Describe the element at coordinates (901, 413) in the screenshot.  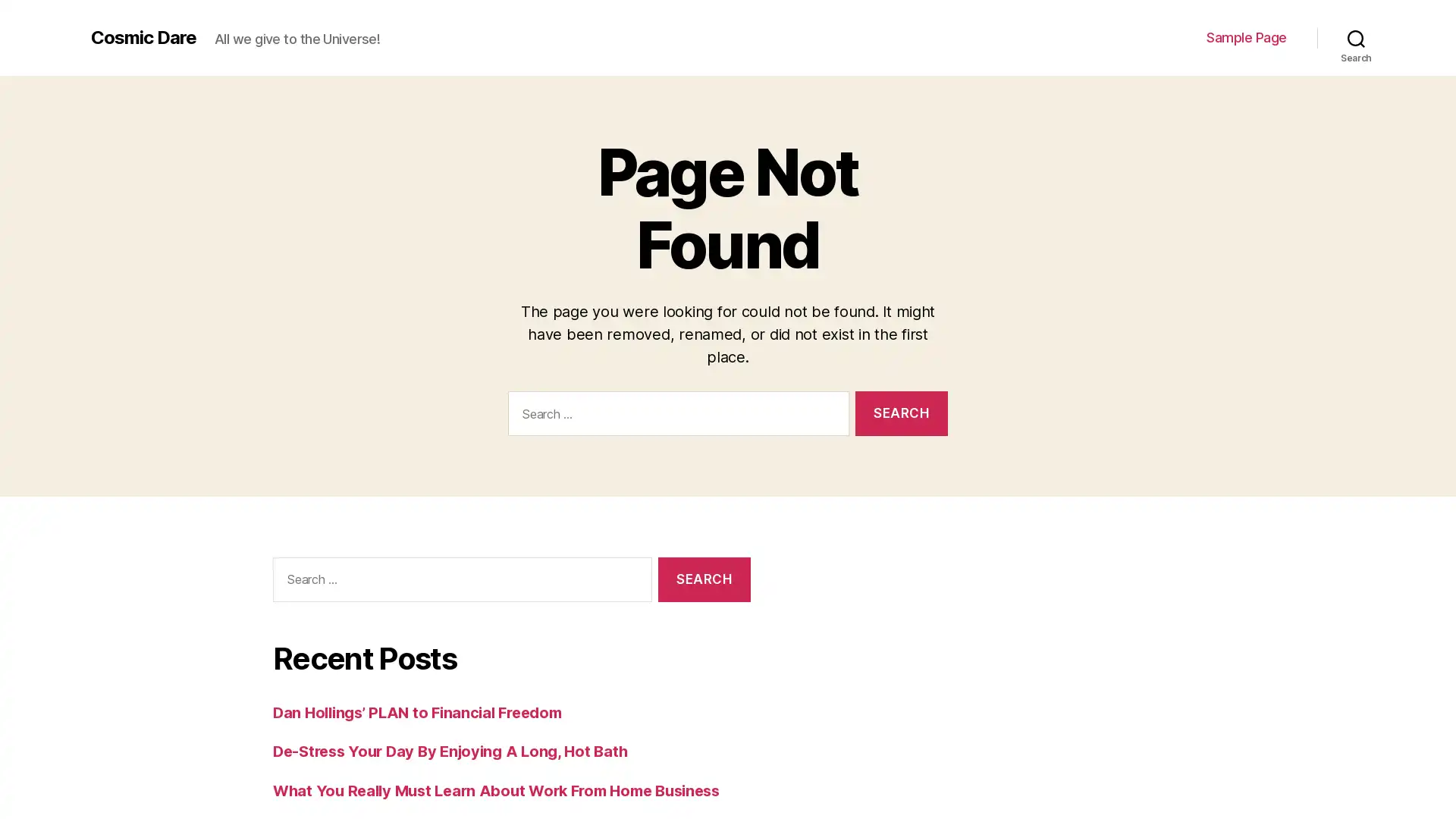
I see `Search` at that location.